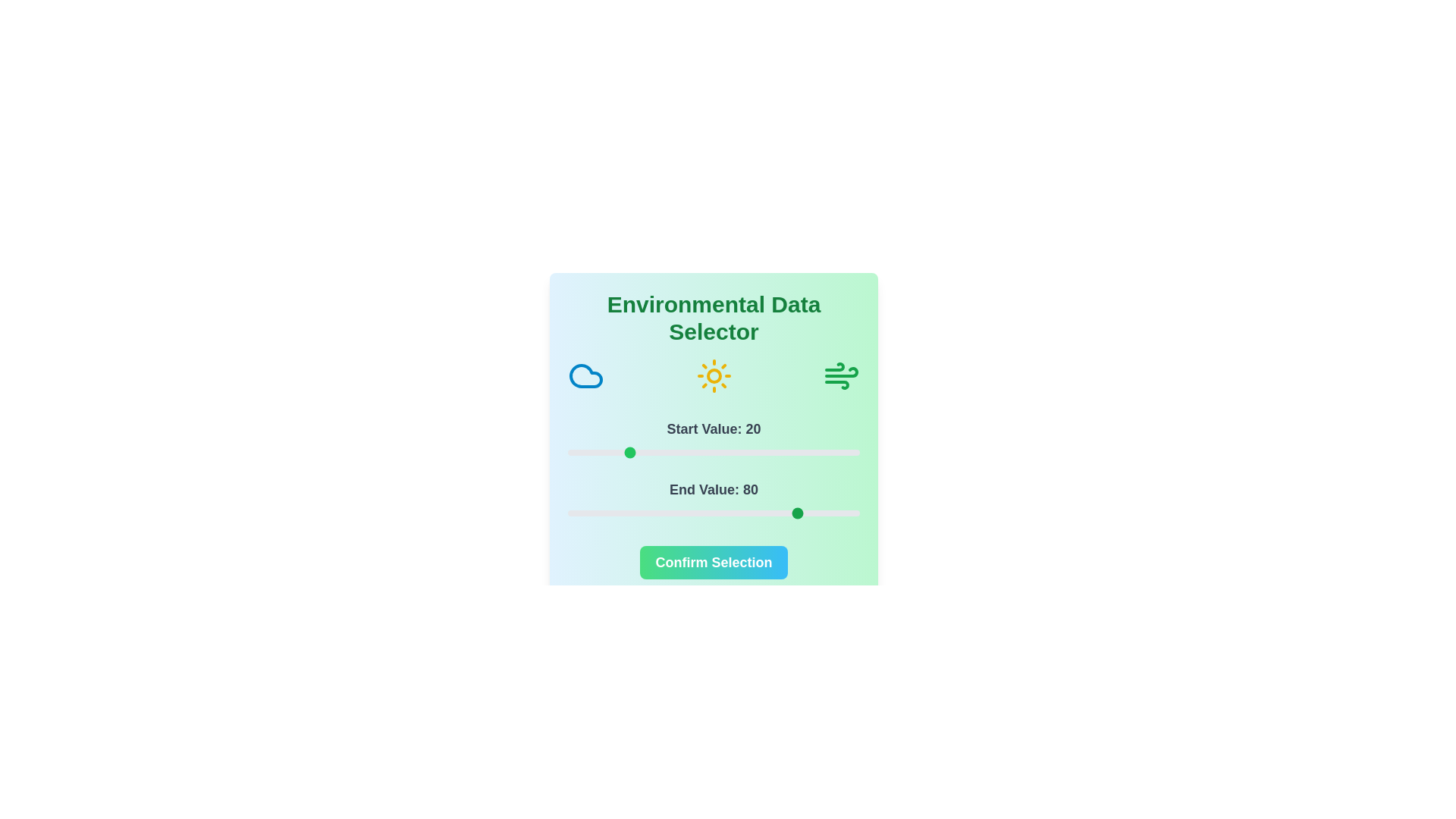  Describe the element at coordinates (579, 513) in the screenshot. I see `the slider` at that location.